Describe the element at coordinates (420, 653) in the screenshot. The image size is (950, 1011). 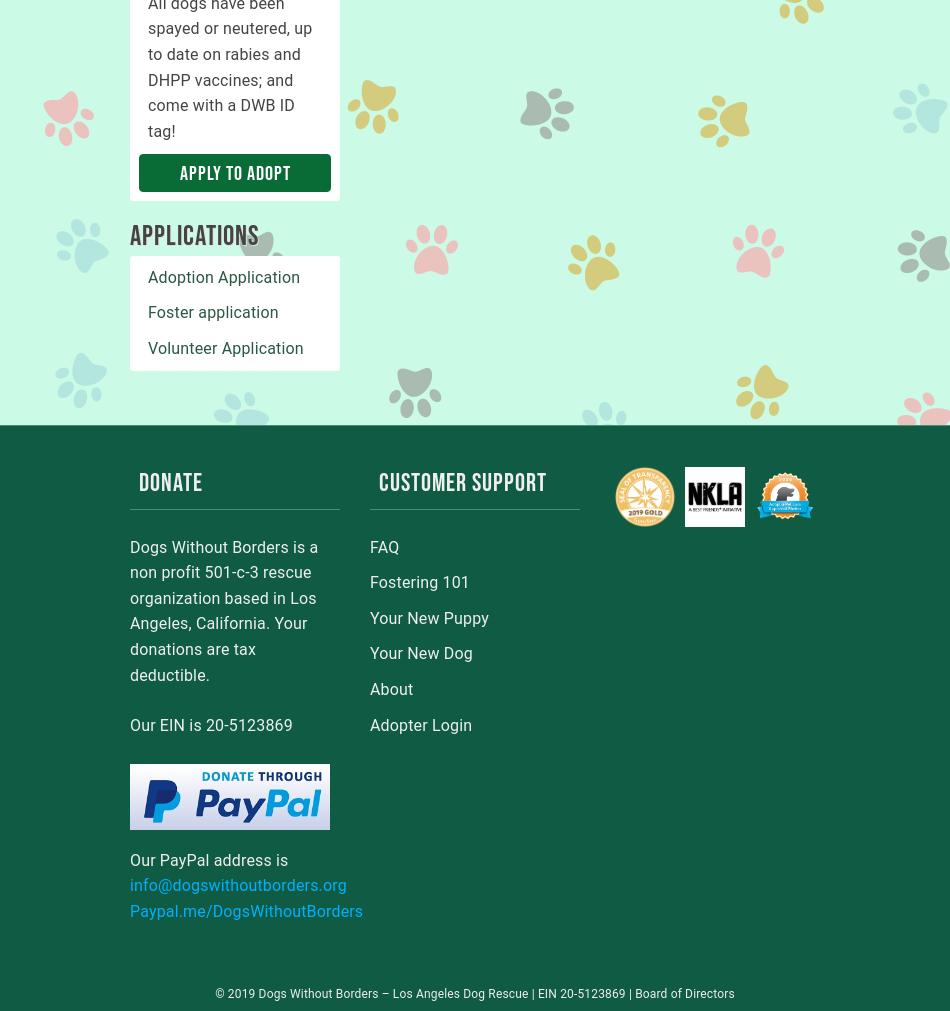
I see `'Your New Dog'` at that location.